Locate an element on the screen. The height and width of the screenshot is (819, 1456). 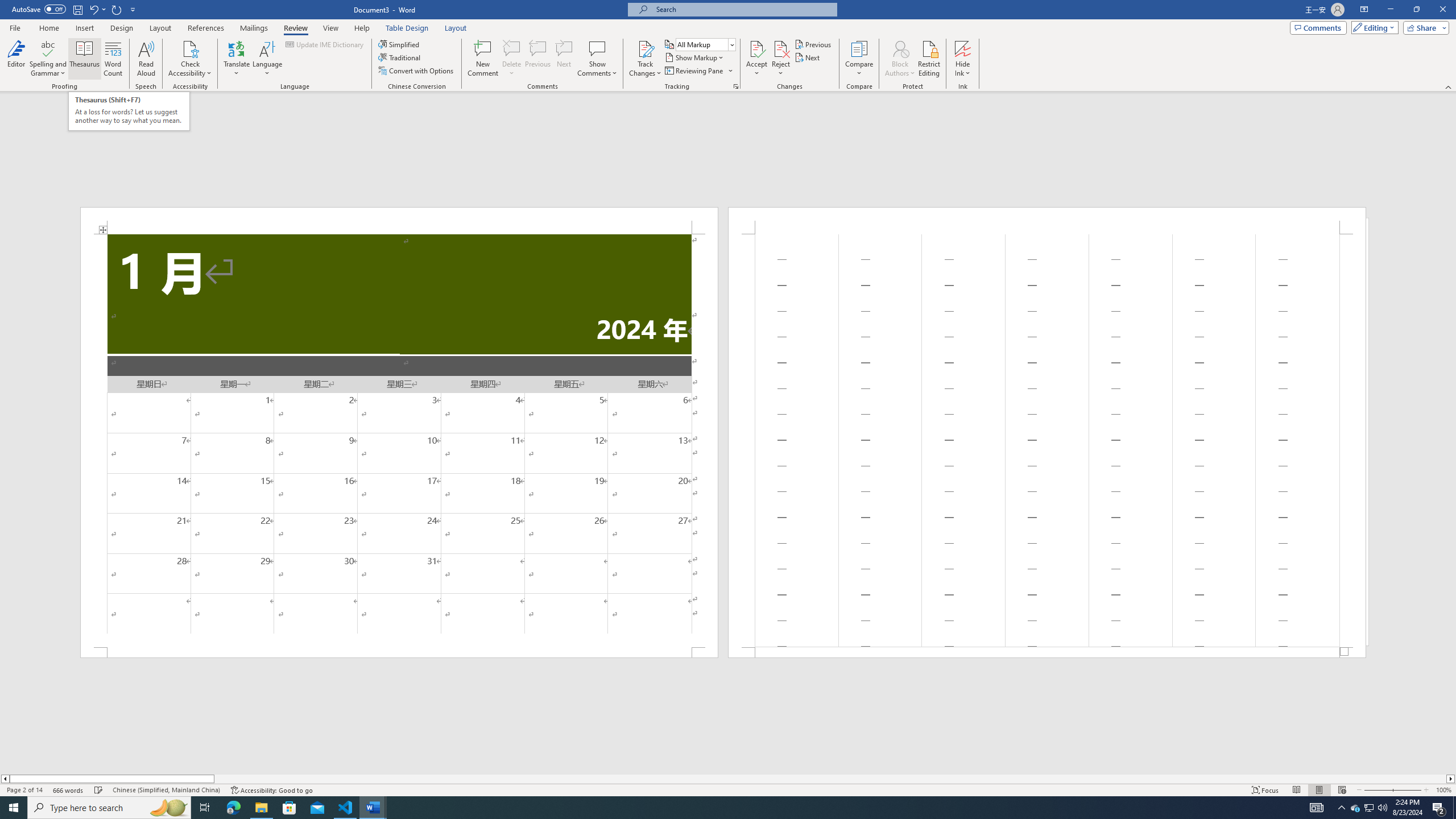
'Hide Ink' is located at coordinates (962, 48).